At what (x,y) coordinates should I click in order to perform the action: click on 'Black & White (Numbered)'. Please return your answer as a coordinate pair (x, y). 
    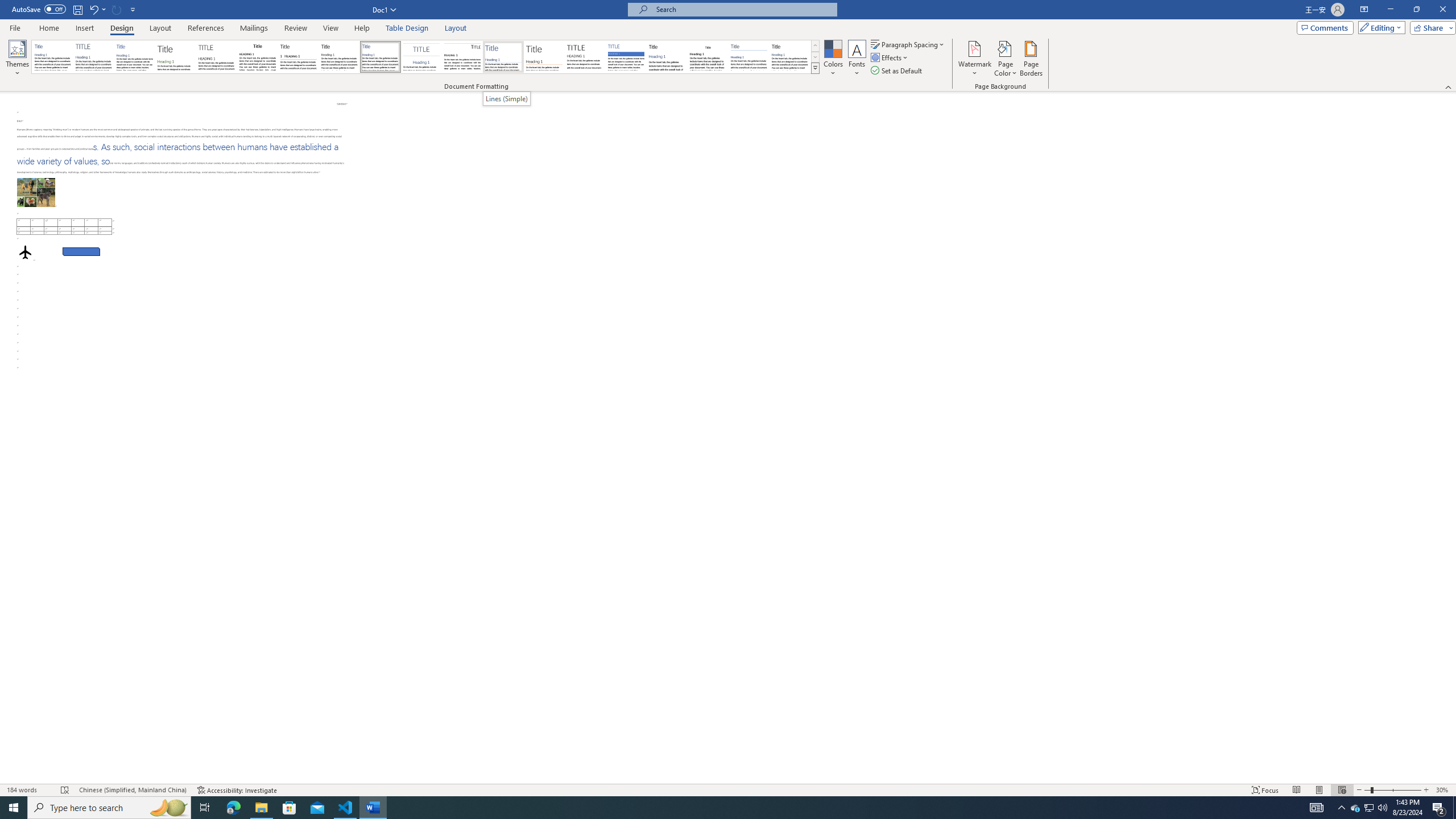
    Looking at the image, I should click on (297, 56).